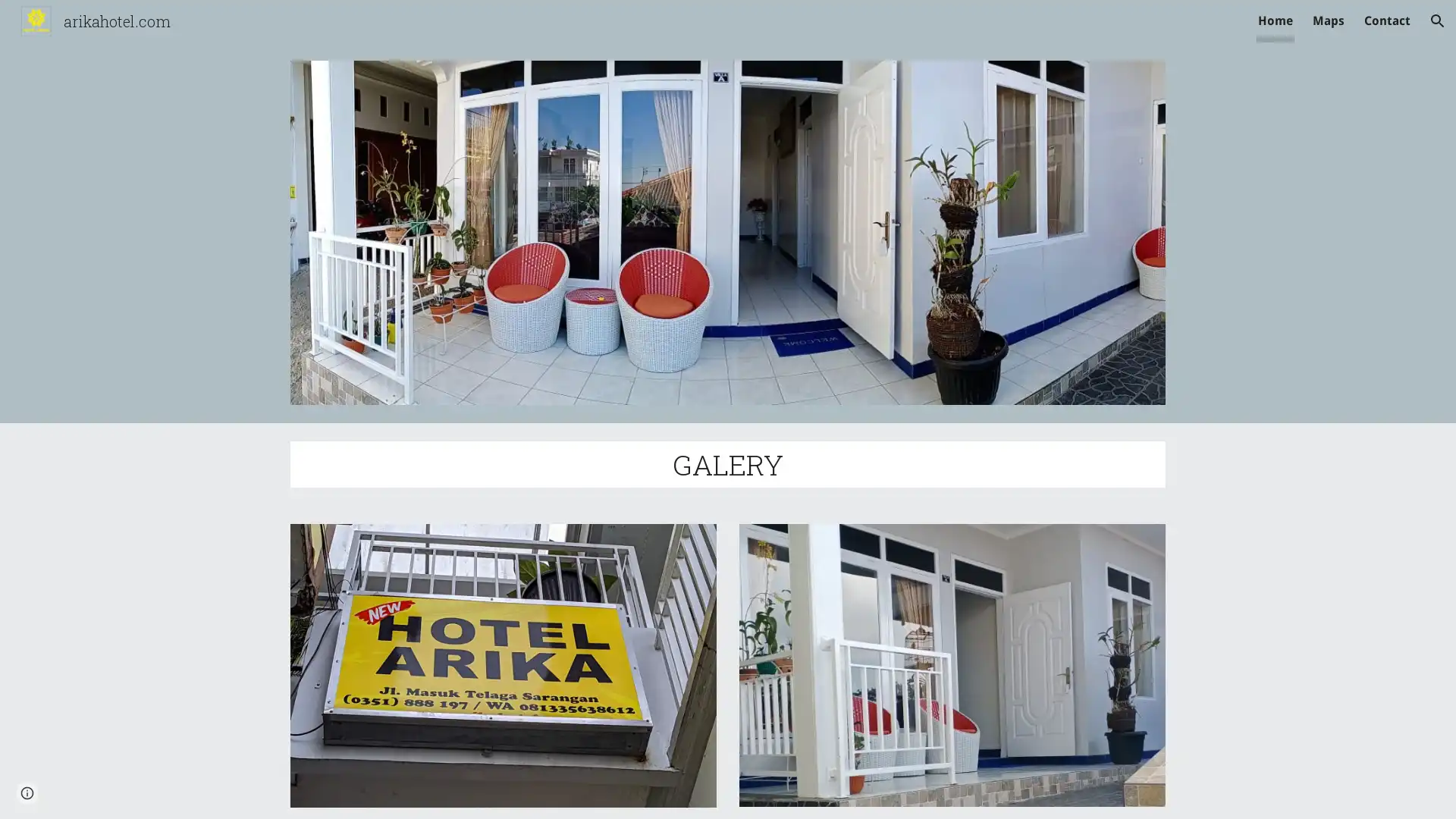  I want to click on Google Sites, so click(117, 792).